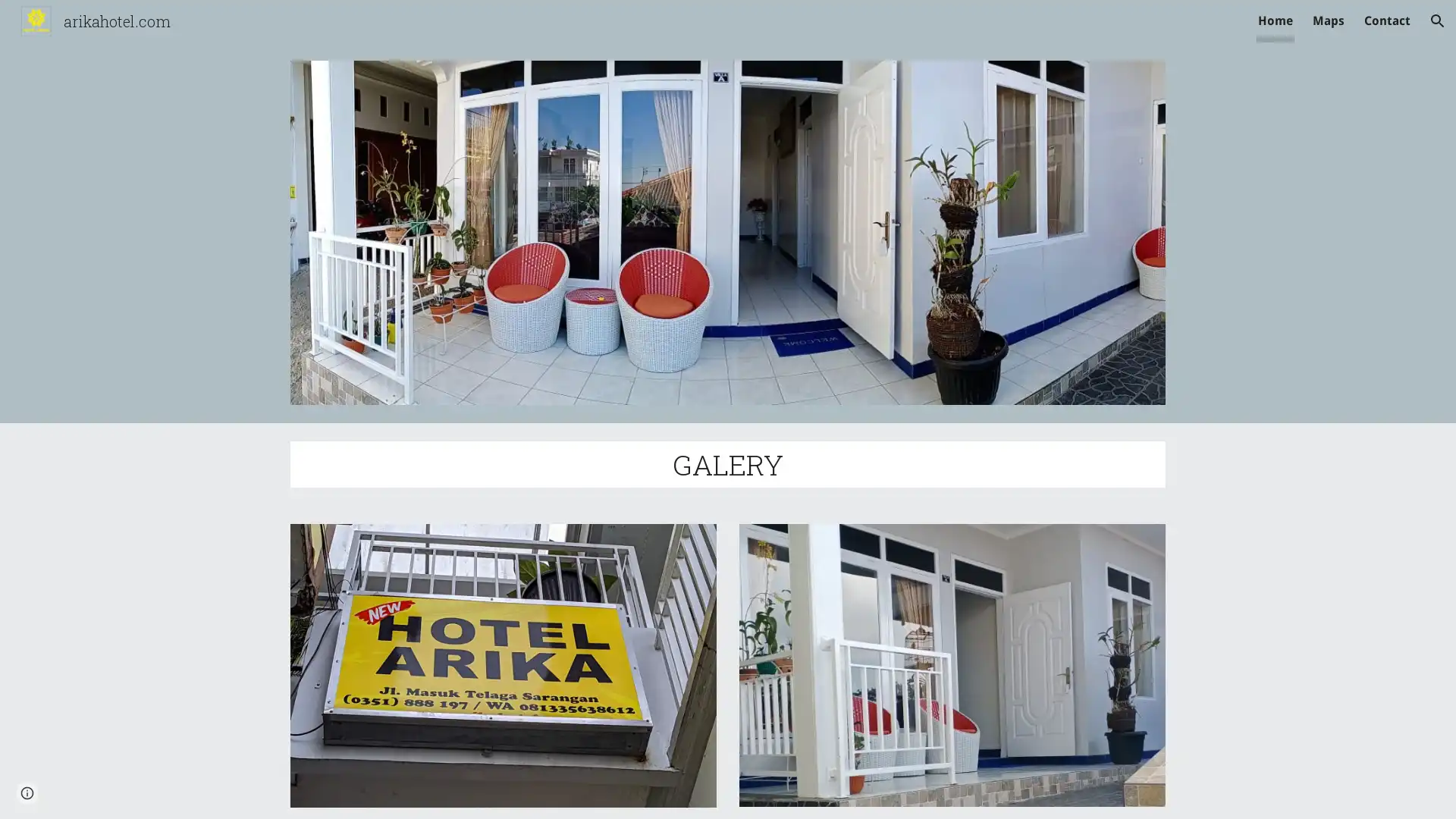  I want to click on Google Sites, so click(117, 792).